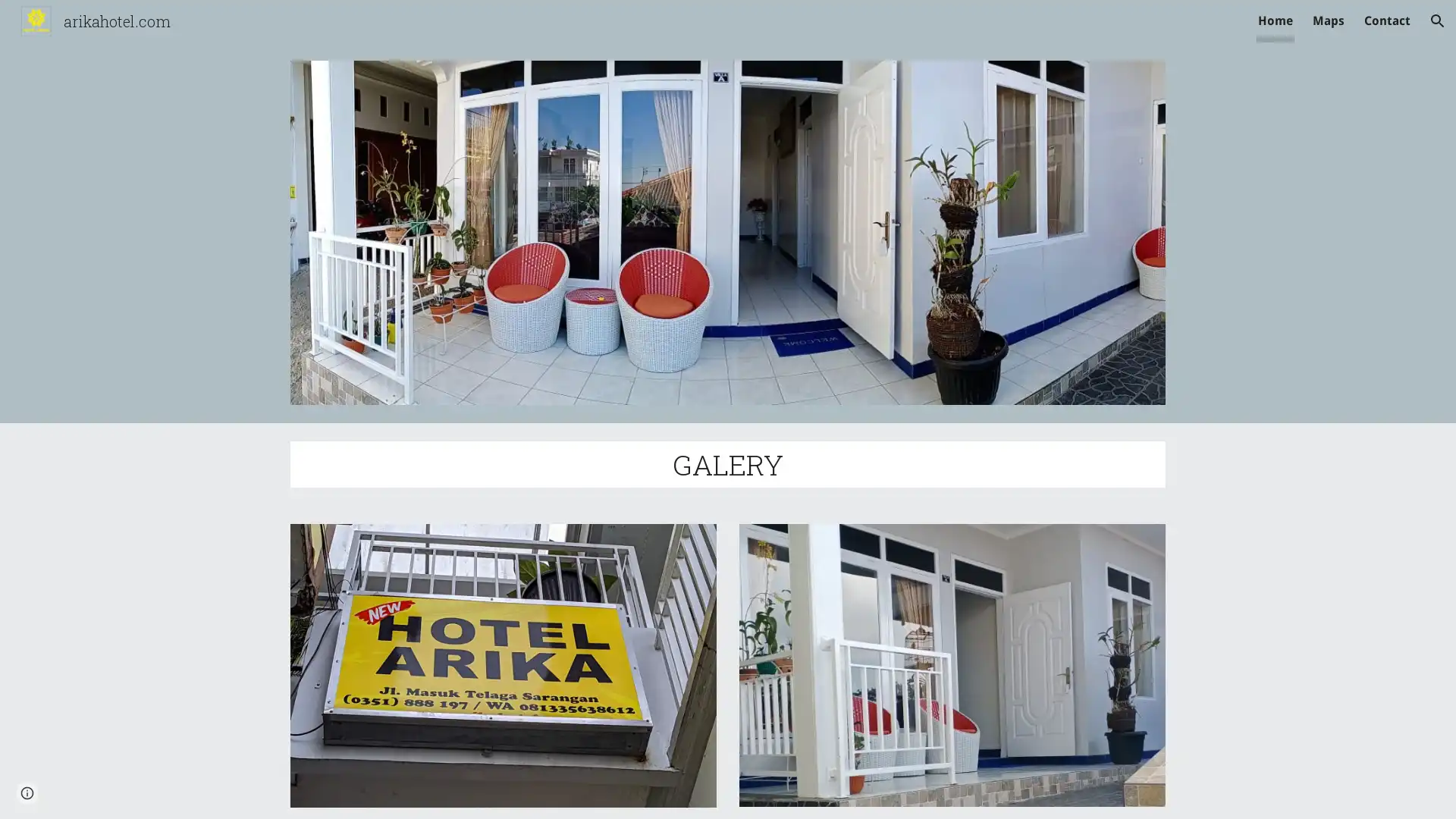  I want to click on Google Sites, so click(117, 792).